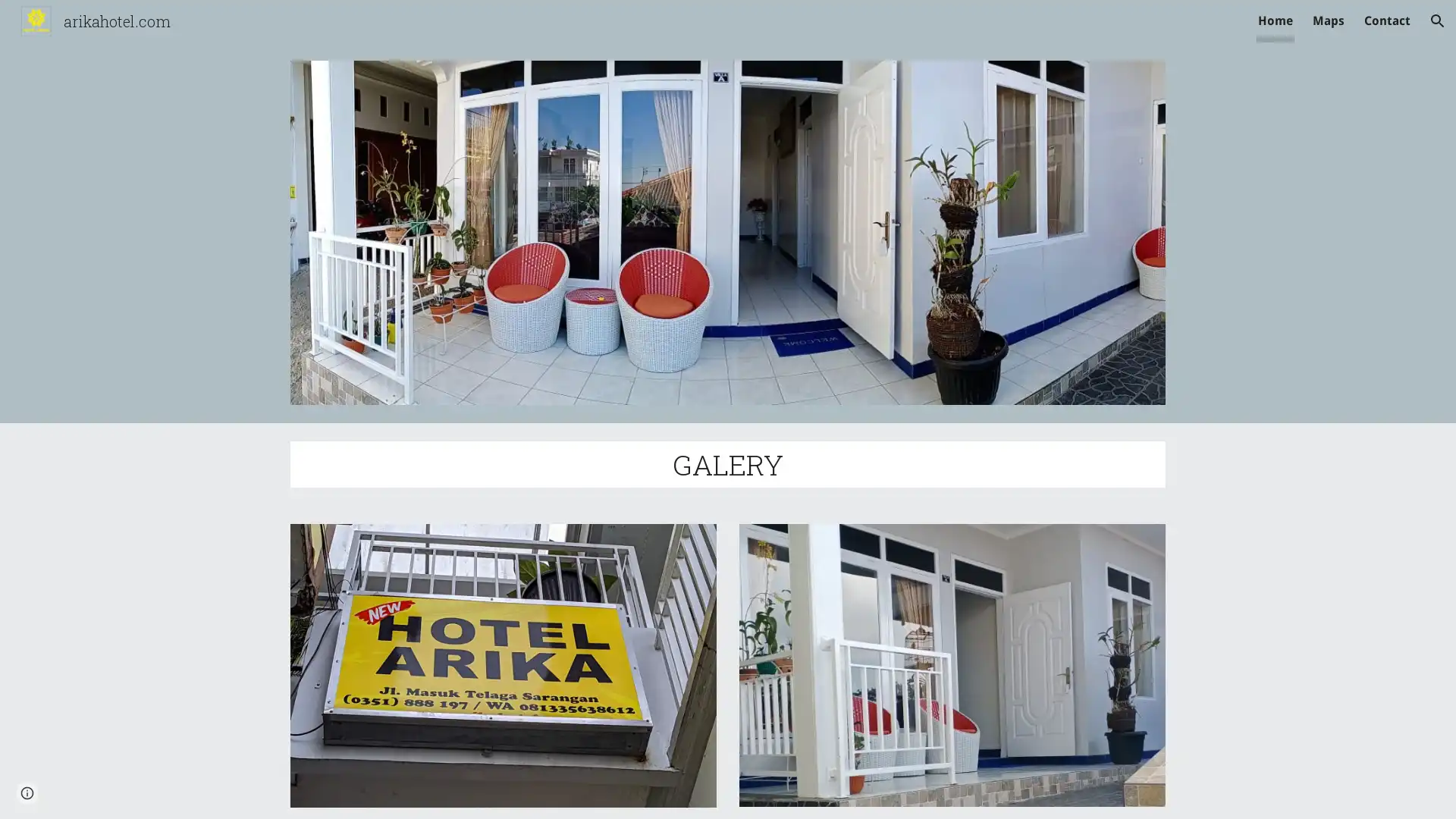  I want to click on Google Sites, so click(117, 792).